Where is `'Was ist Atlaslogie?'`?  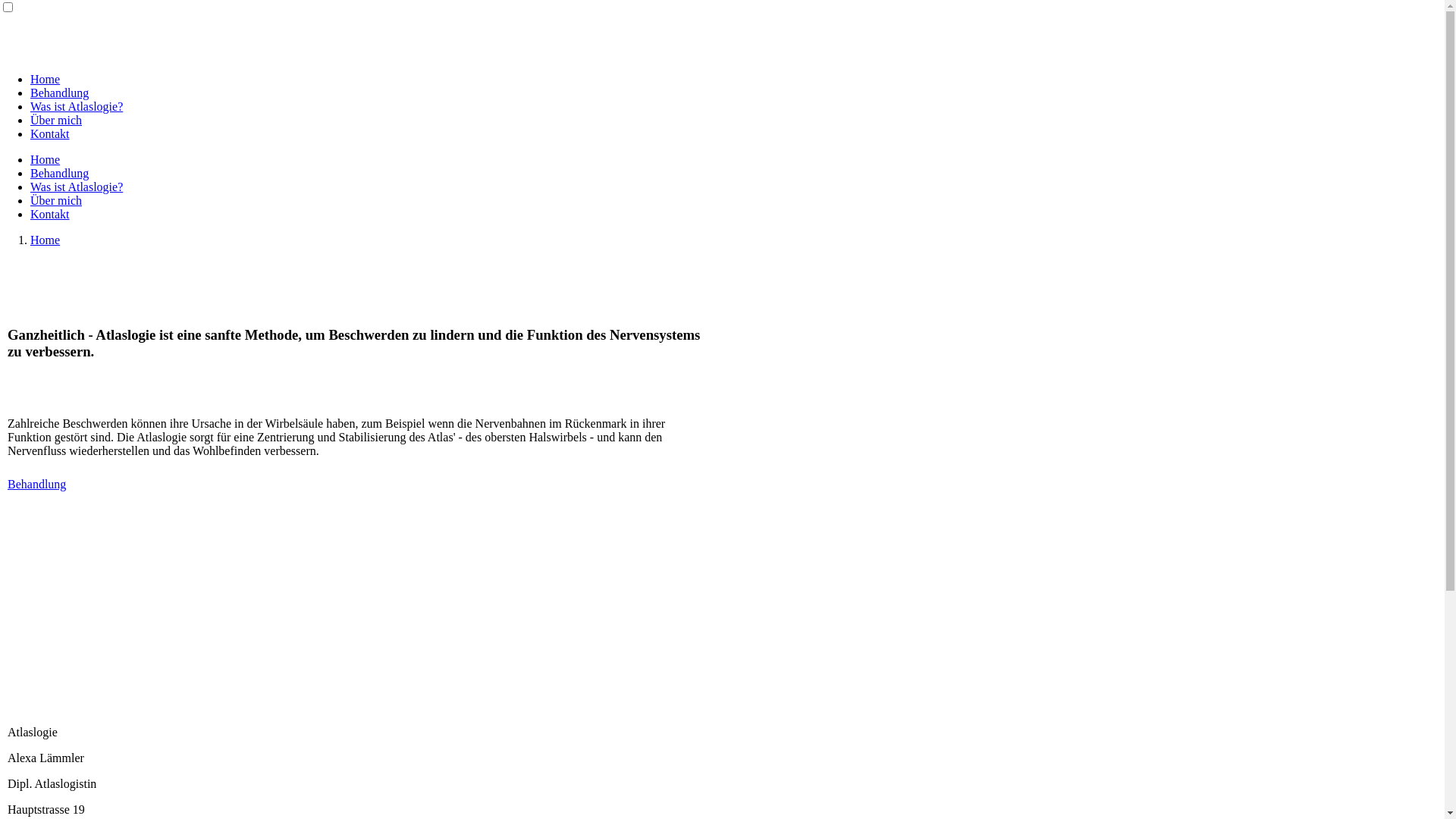
'Was ist Atlaslogie?' is located at coordinates (75, 186).